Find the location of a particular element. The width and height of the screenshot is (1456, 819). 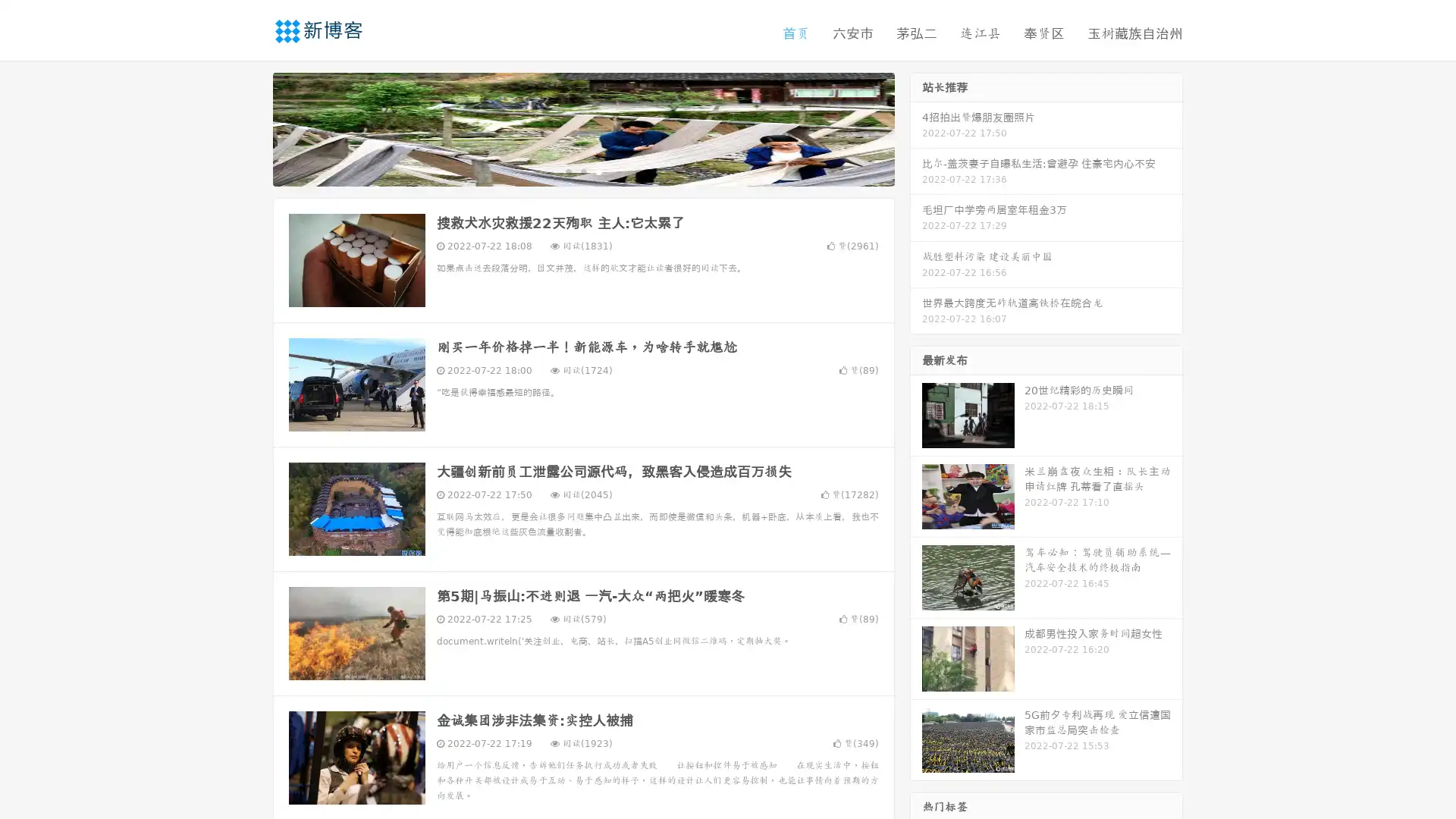

Go to slide 3 is located at coordinates (598, 171).